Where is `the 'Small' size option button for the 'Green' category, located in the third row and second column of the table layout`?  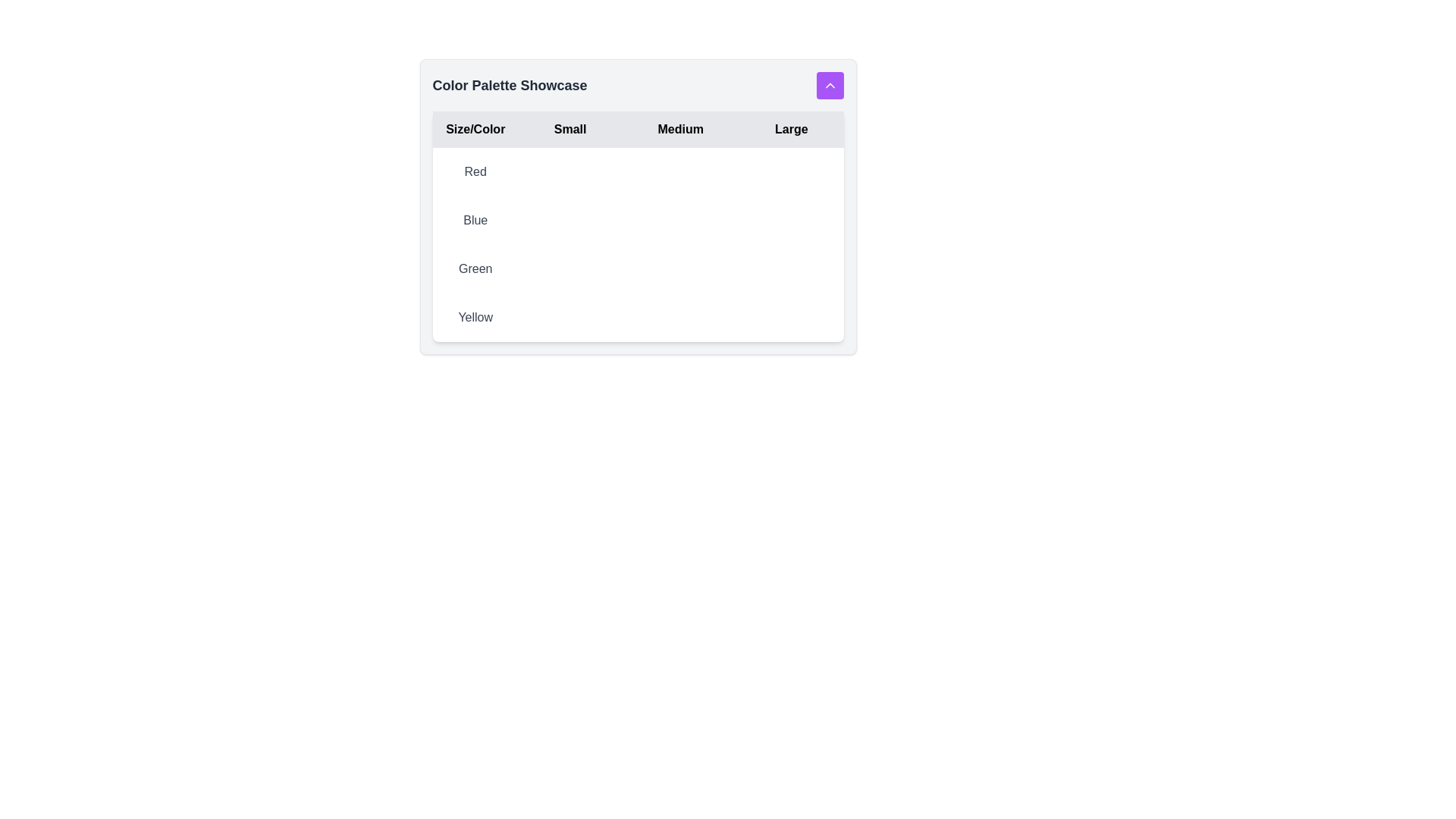
the 'Small' size option button for the 'Green' category, located in the third row and second column of the table layout is located at coordinates (570, 268).